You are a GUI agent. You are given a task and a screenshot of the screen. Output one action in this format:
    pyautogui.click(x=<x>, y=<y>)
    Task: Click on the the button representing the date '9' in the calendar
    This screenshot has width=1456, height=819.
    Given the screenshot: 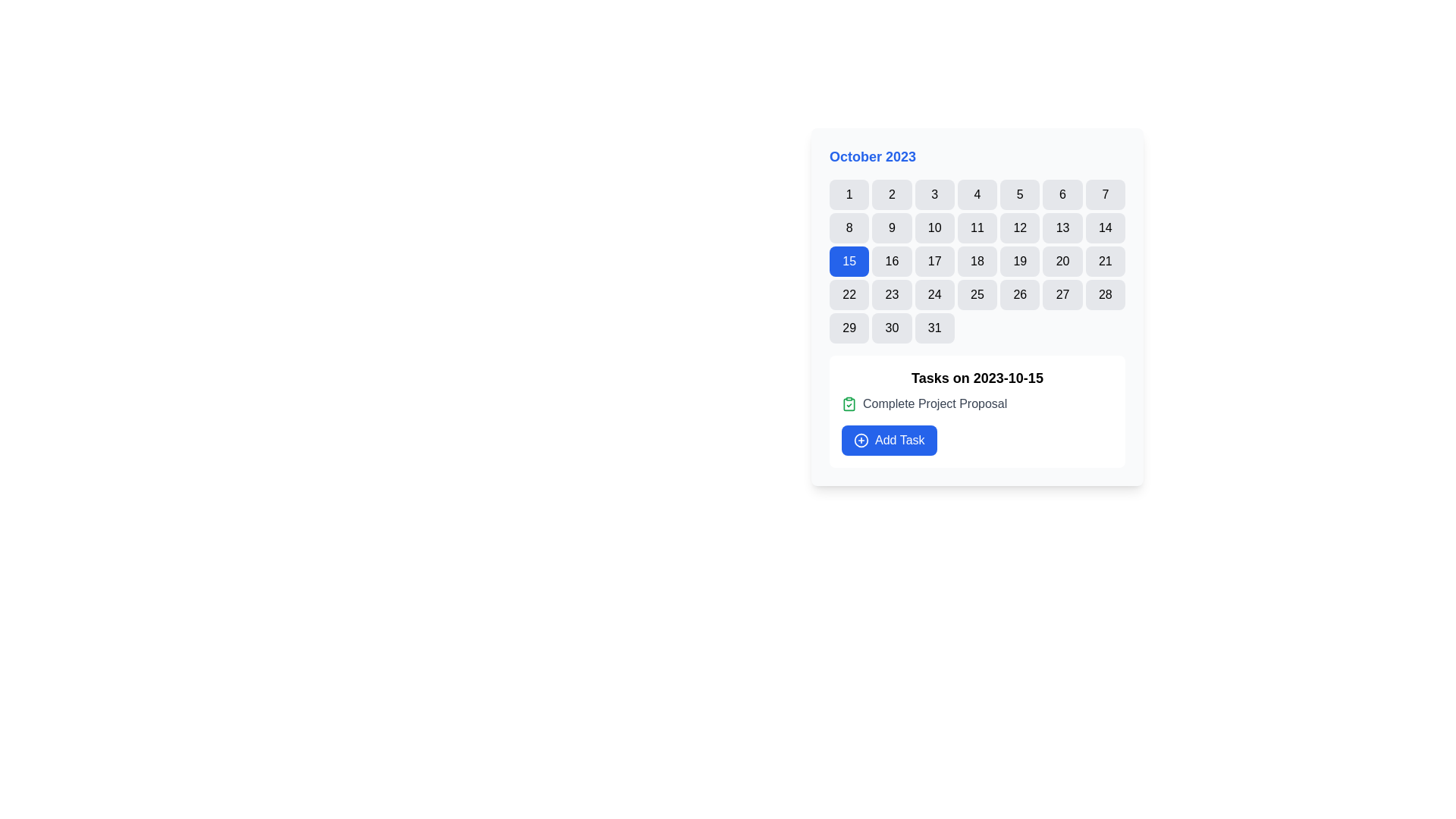 What is the action you would take?
    pyautogui.click(x=892, y=227)
    